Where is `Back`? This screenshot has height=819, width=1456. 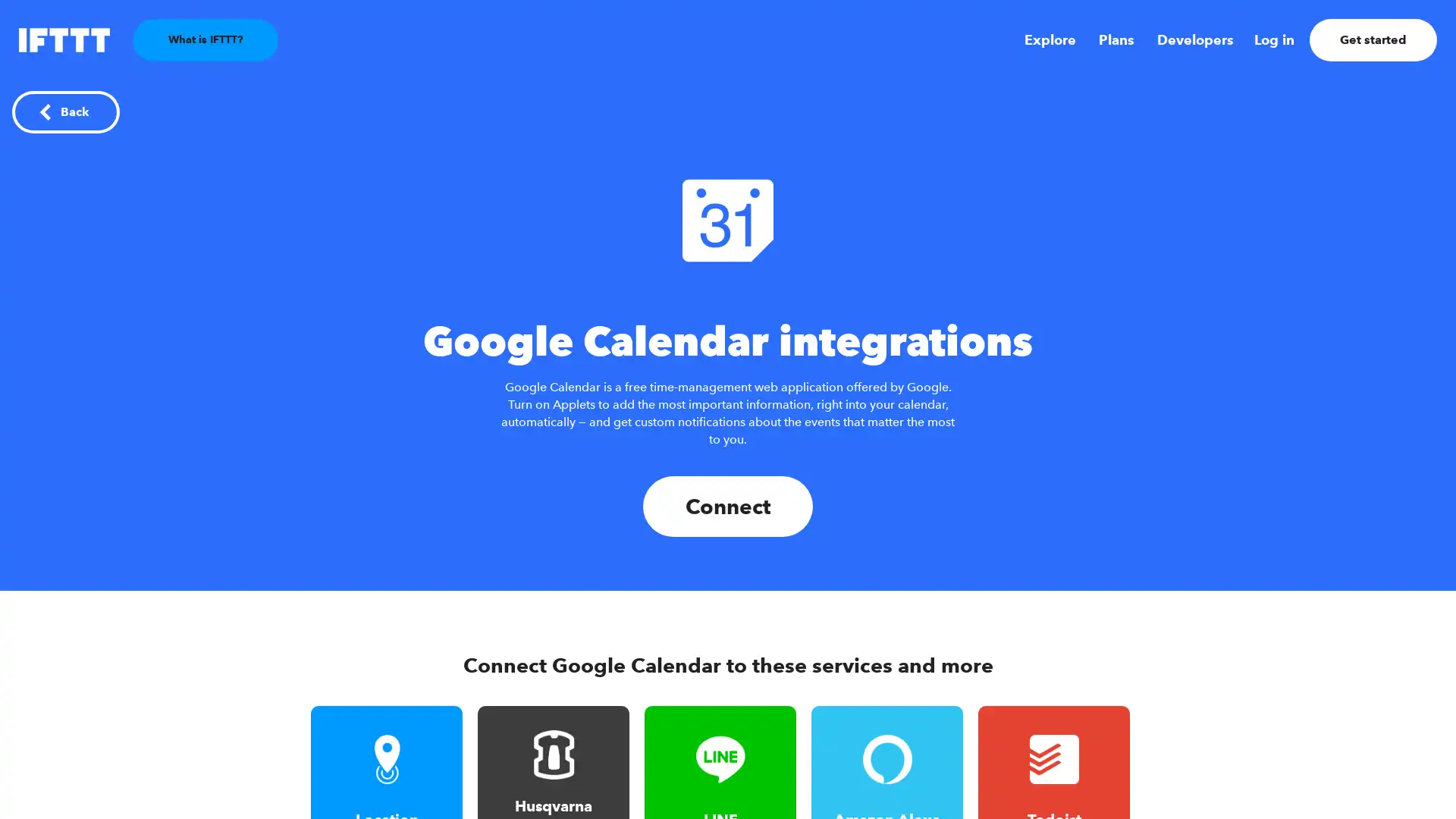
Back is located at coordinates (64, 111).